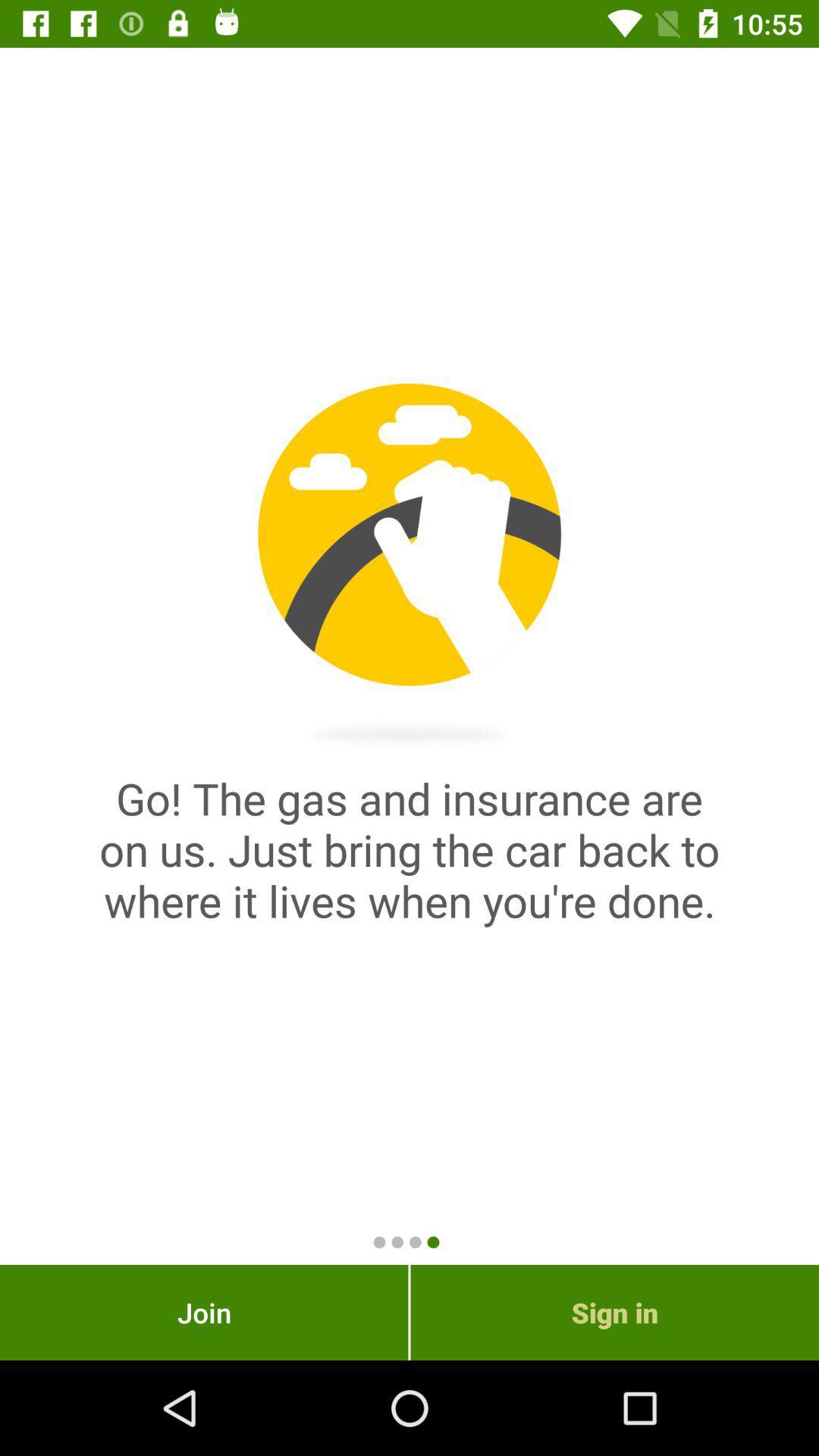 The image size is (819, 1456). Describe the element at coordinates (203, 1312) in the screenshot. I see `the icon next to sign in item` at that location.